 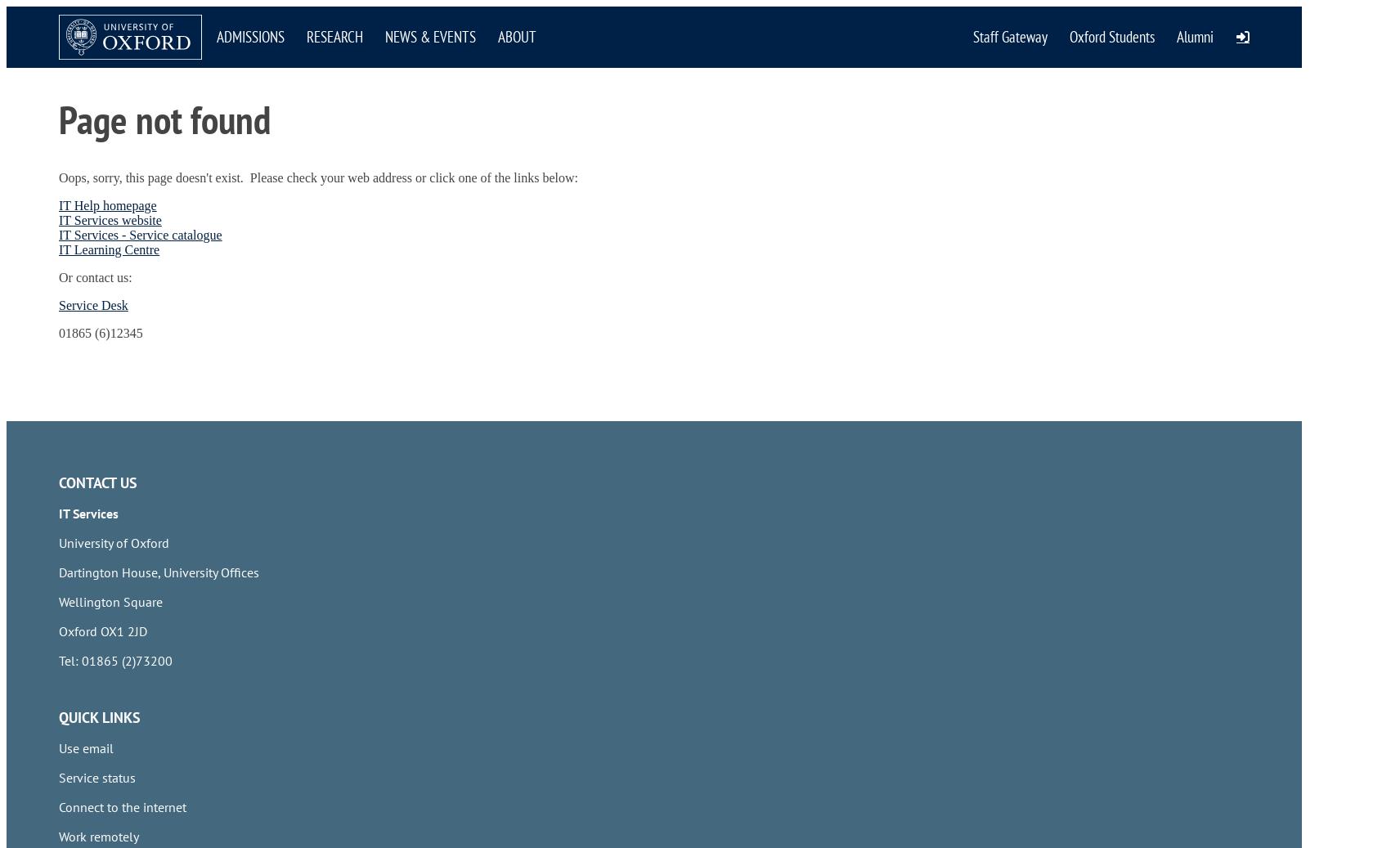 What do you see at coordinates (131, 339) in the screenshot?
I see `'Professional development'` at bounding box center [131, 339].